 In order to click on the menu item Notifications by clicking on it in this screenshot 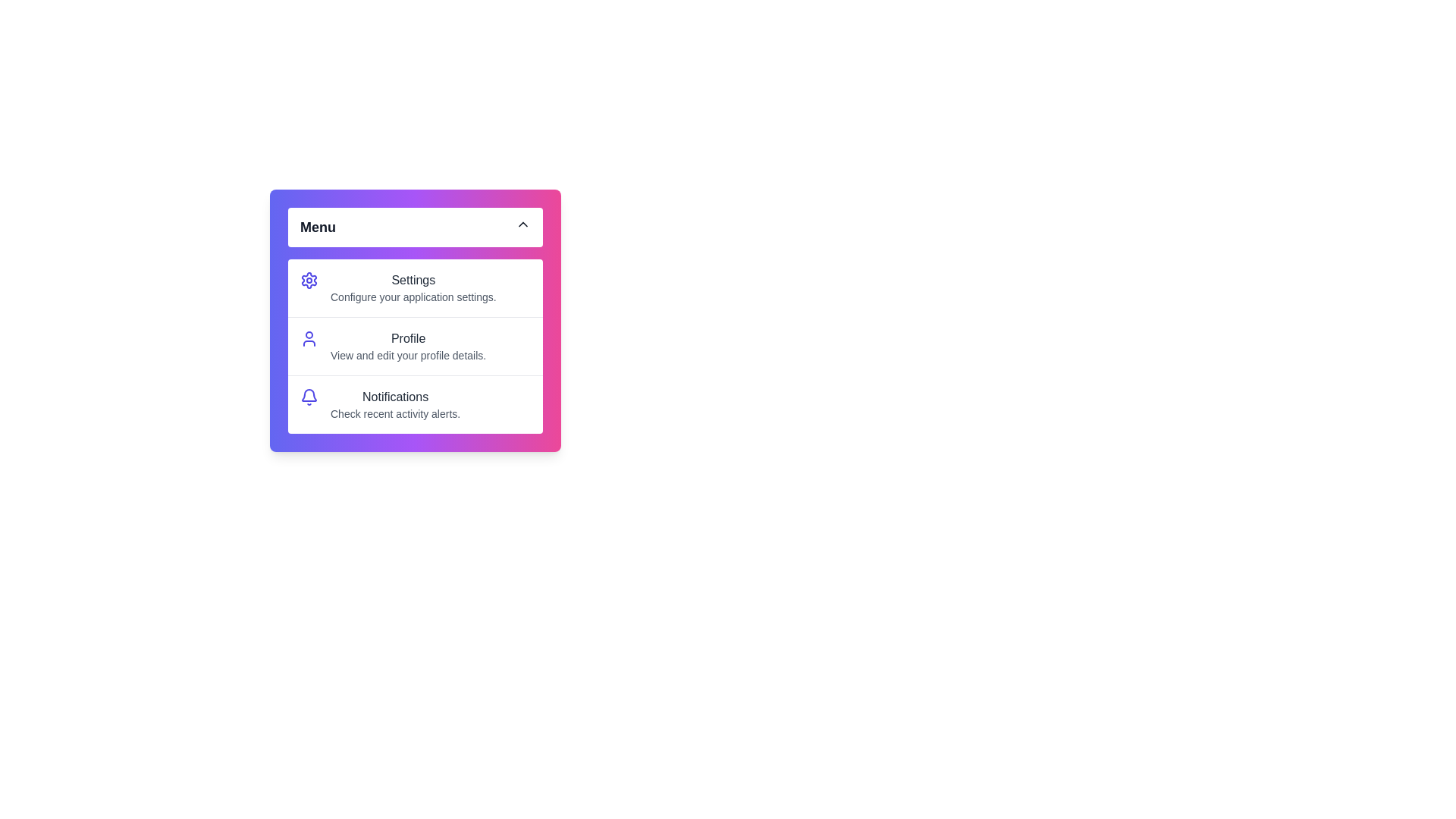, I will do `click(415, 403)`.